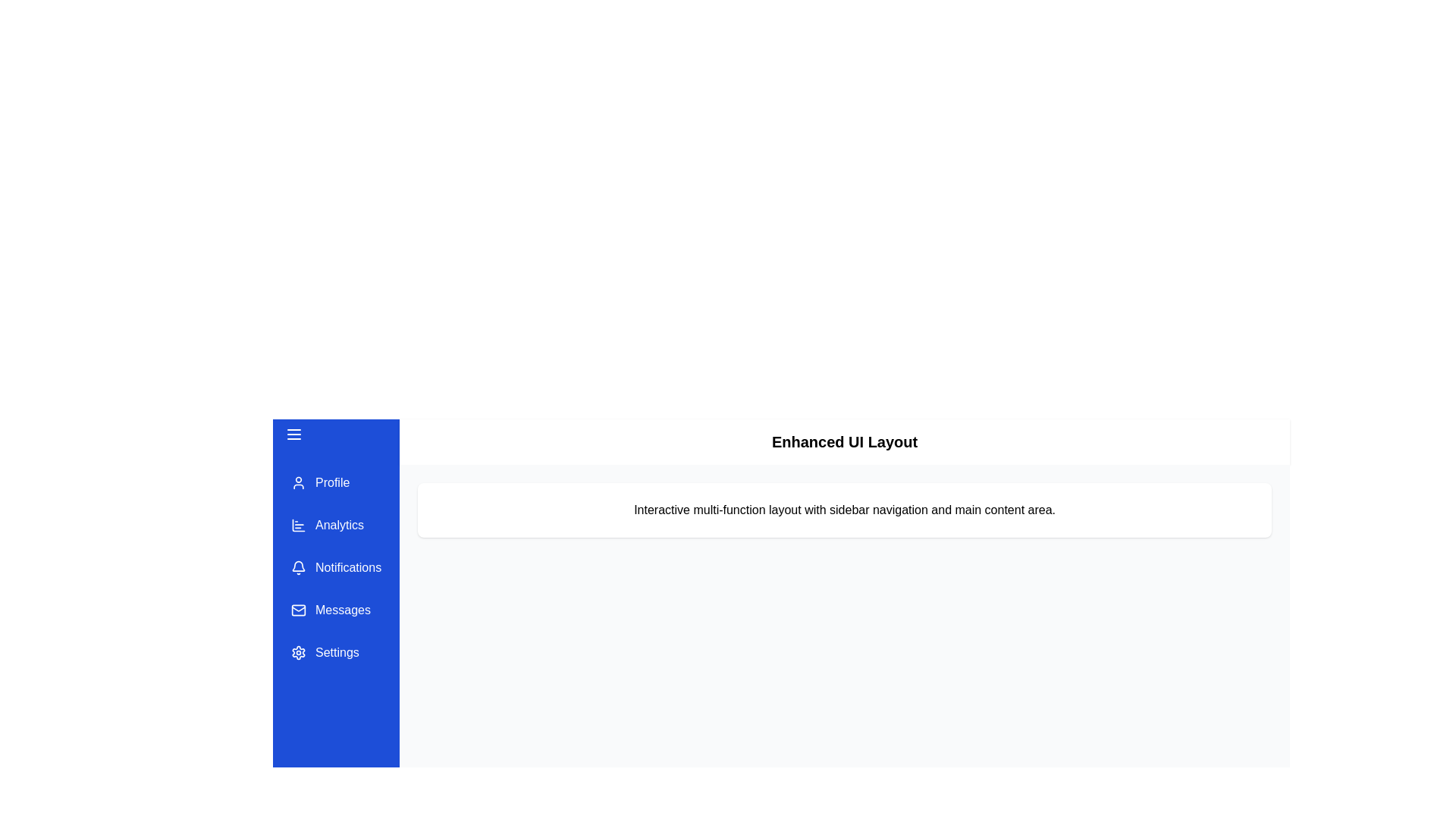  I want to click on the notification icon located in the sidebar menu, positioned between 'Analytics' and 'Messages', so click(298, 566).